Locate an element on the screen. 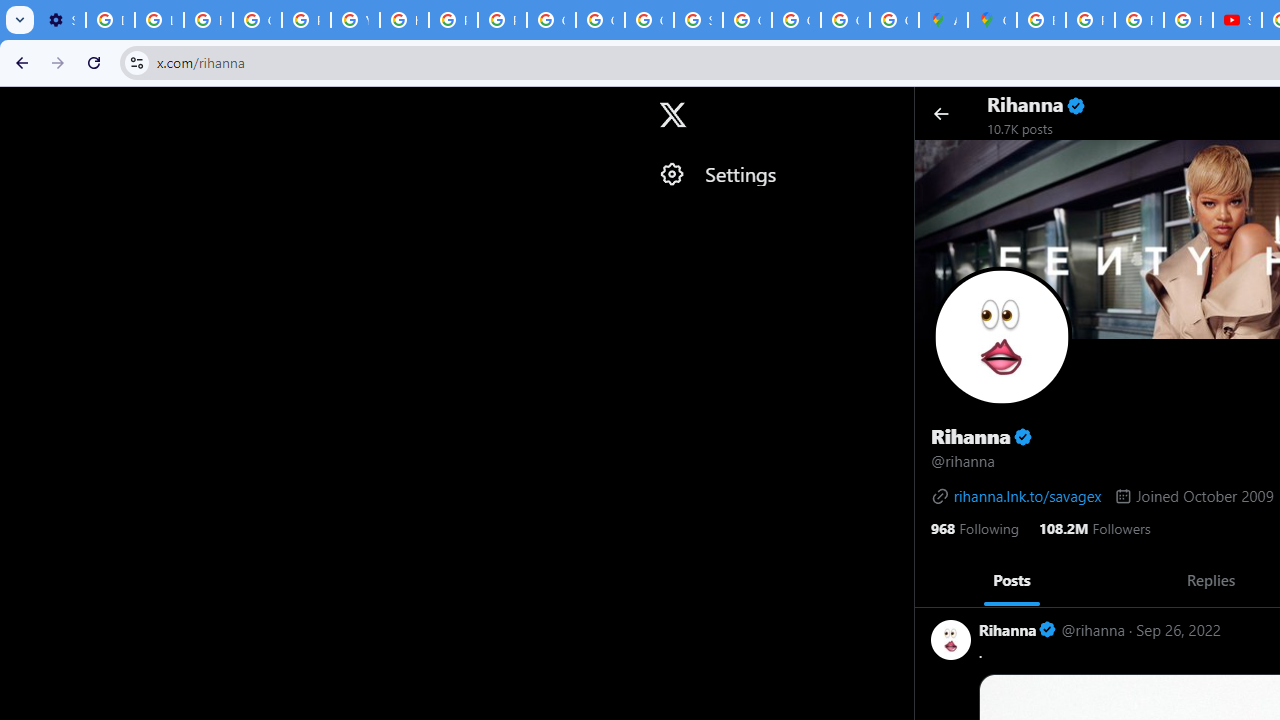 The width and height of the screenshot is (1280, 720). 'Skip to trending' is located at coordinates (17, 105).